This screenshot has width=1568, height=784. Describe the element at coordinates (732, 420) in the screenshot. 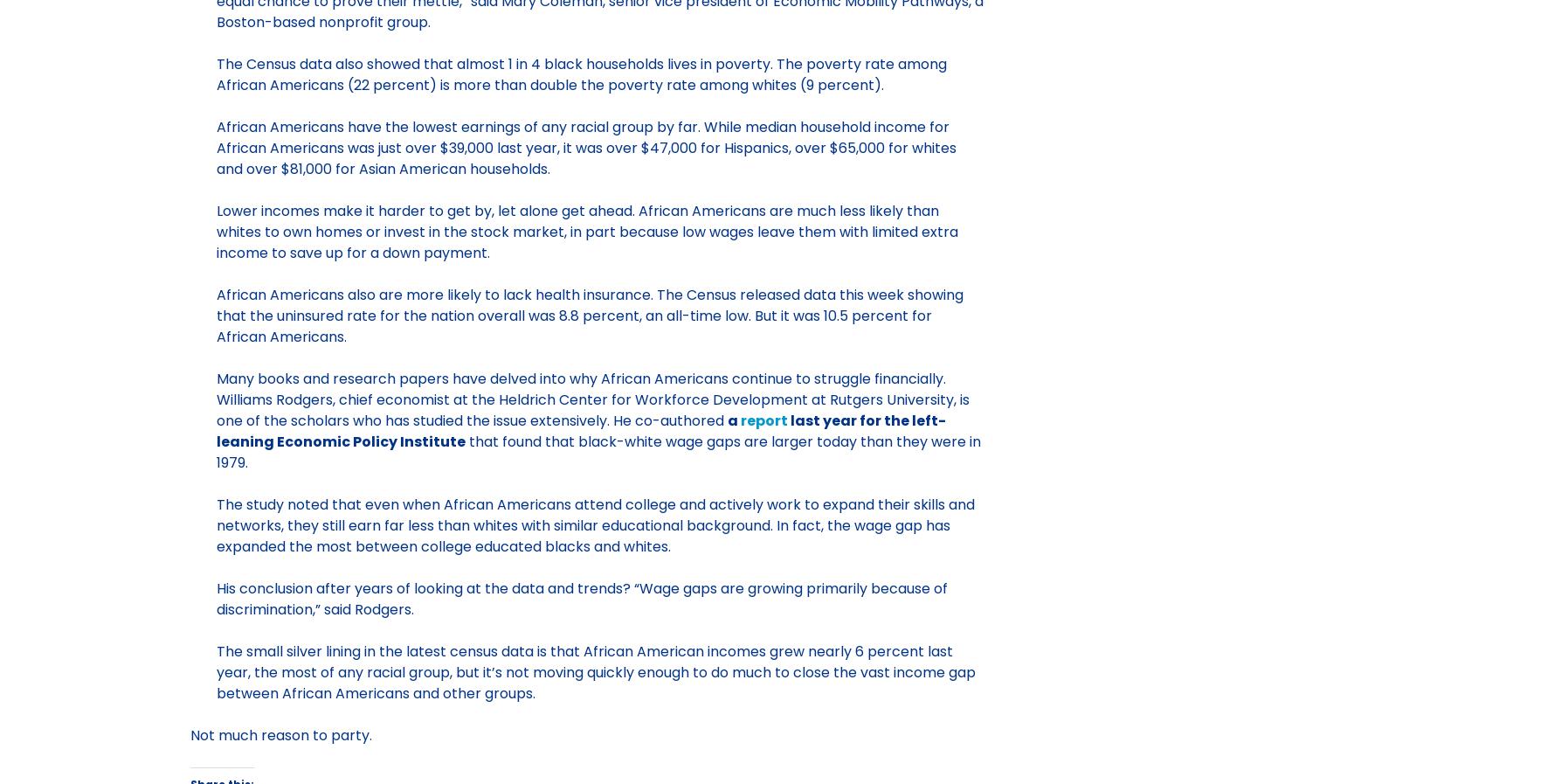

I see `'a'` at that location.